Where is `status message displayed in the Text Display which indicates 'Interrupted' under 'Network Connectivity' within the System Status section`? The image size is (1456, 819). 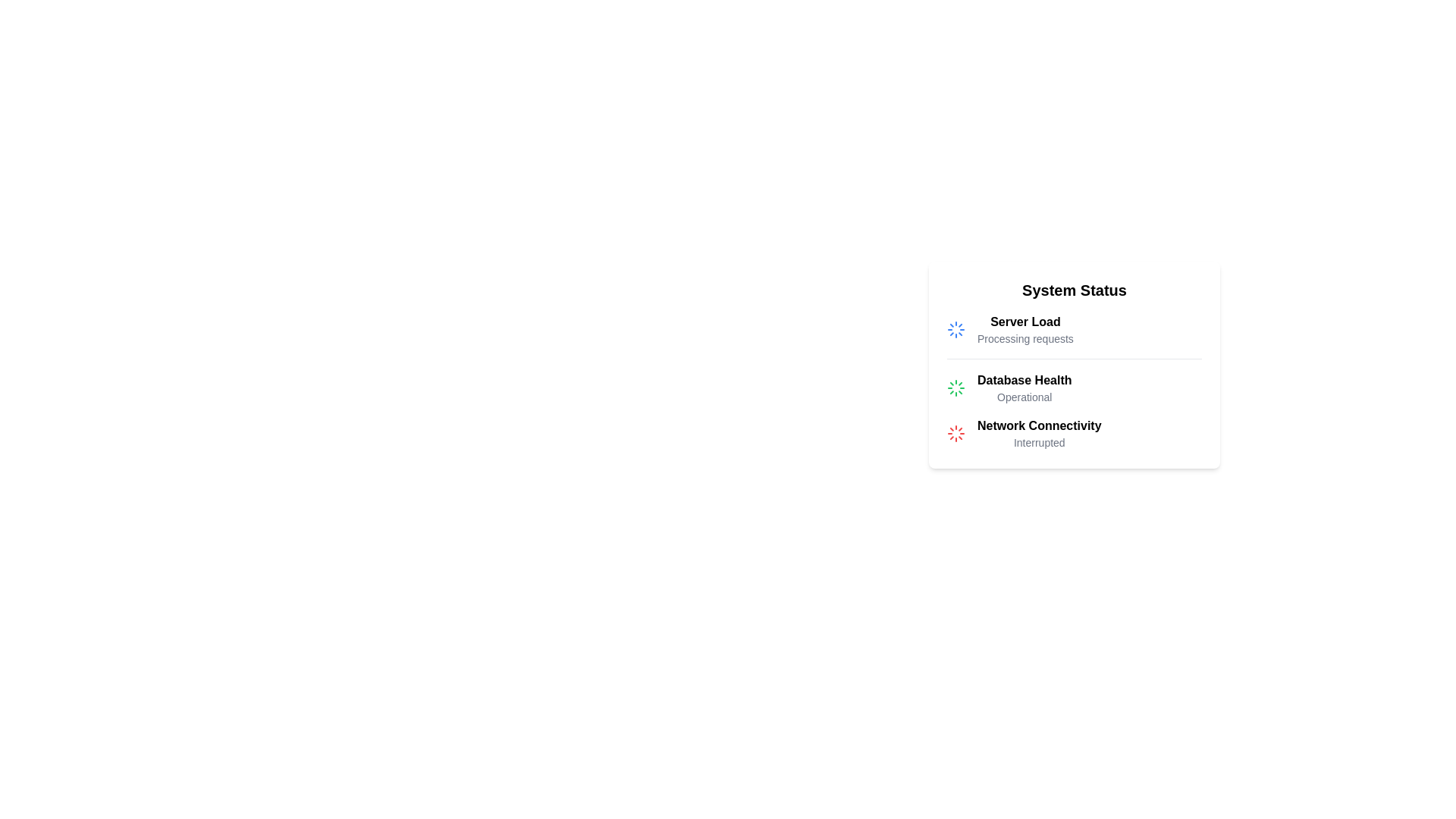 status message displayed in the Text Display which indicates 'Interrupted' under 'Network Connectivity' within the System Status section is located at coordinates (1038, 433).